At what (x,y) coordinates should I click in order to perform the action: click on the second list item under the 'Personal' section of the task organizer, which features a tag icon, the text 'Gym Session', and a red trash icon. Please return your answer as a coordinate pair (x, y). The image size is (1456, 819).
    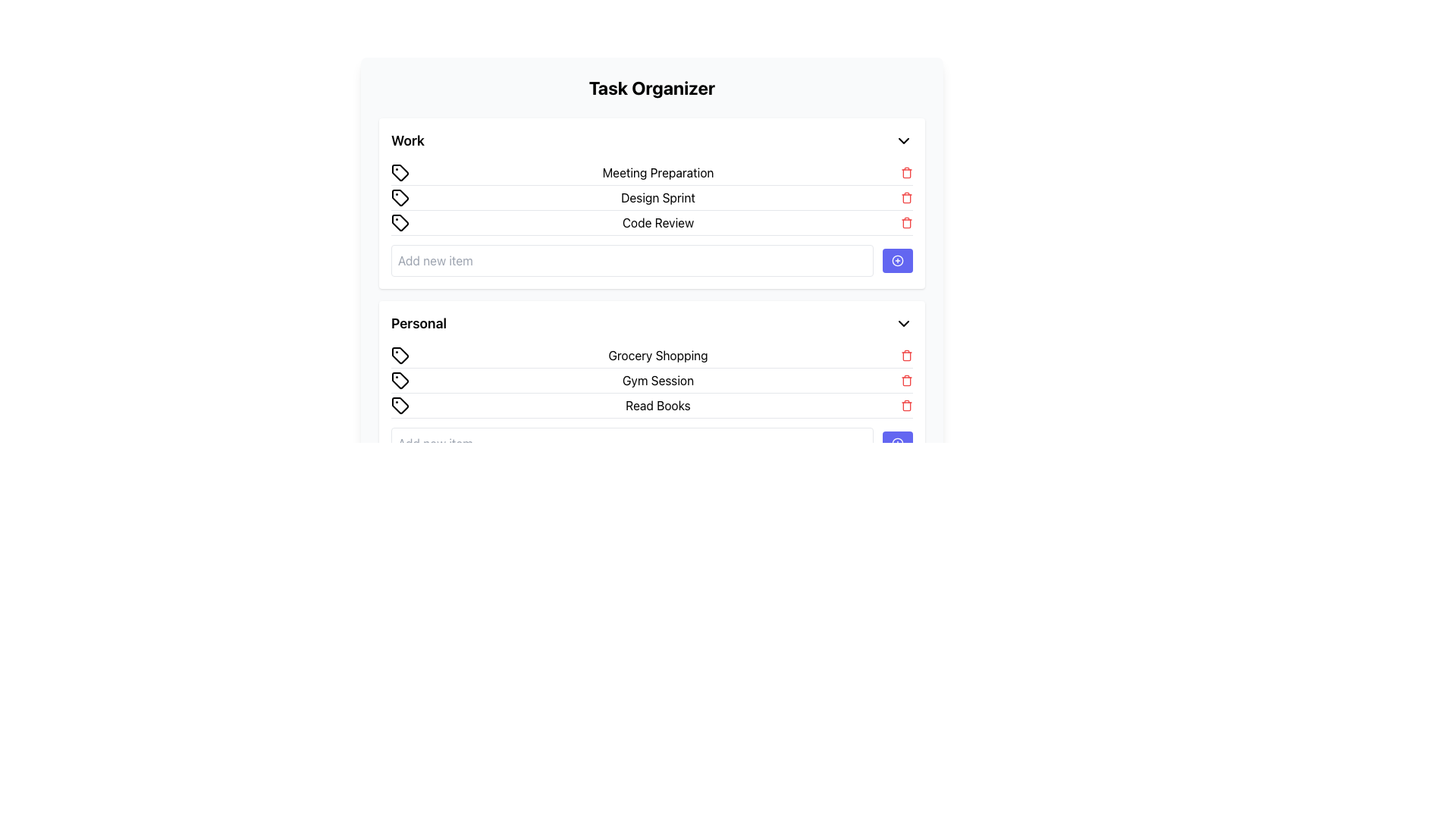
    Looking at the image, I should click on (651, 380).